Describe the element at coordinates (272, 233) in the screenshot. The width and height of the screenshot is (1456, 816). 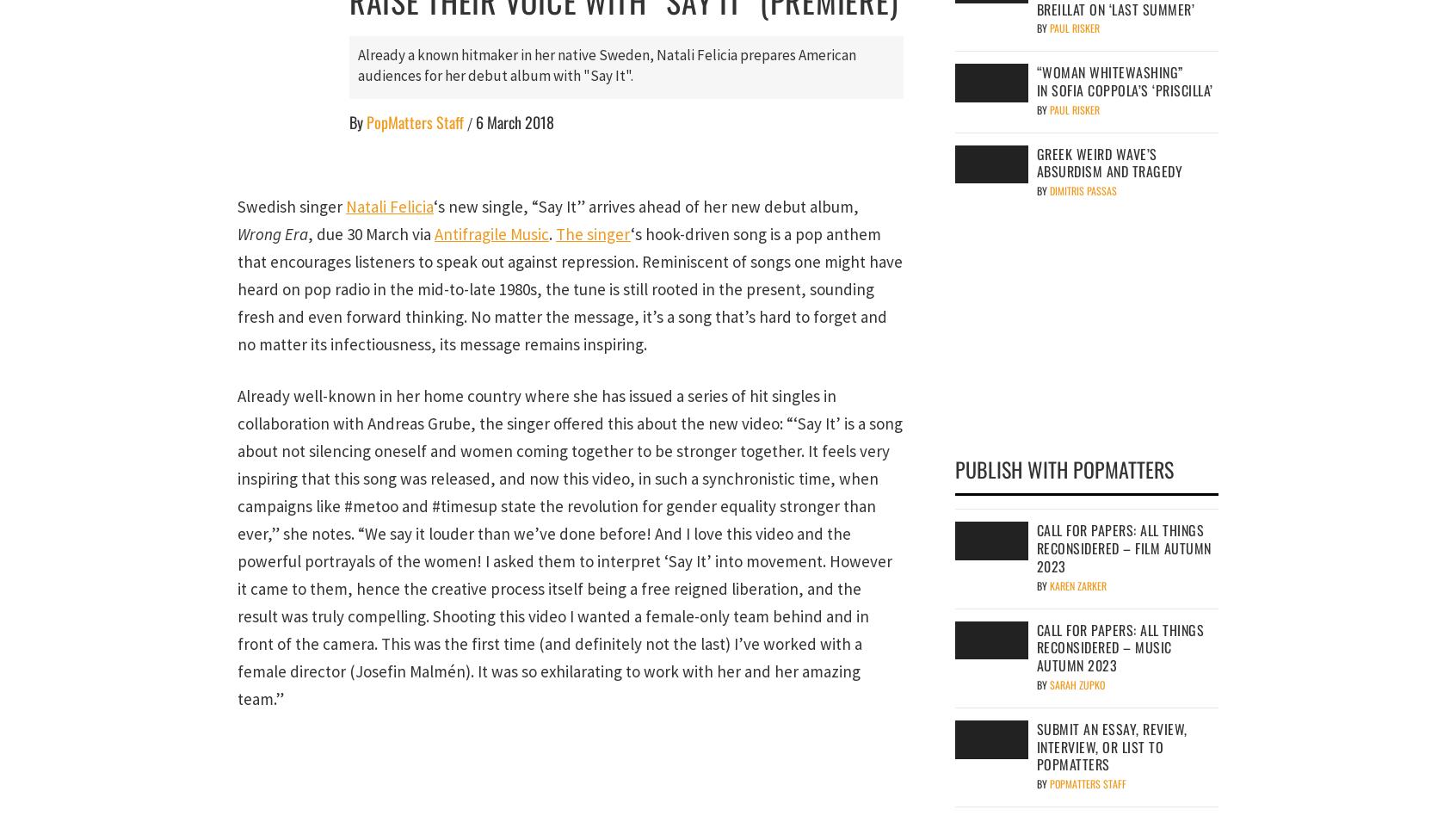
I see `'Wrong Era'` at that location.